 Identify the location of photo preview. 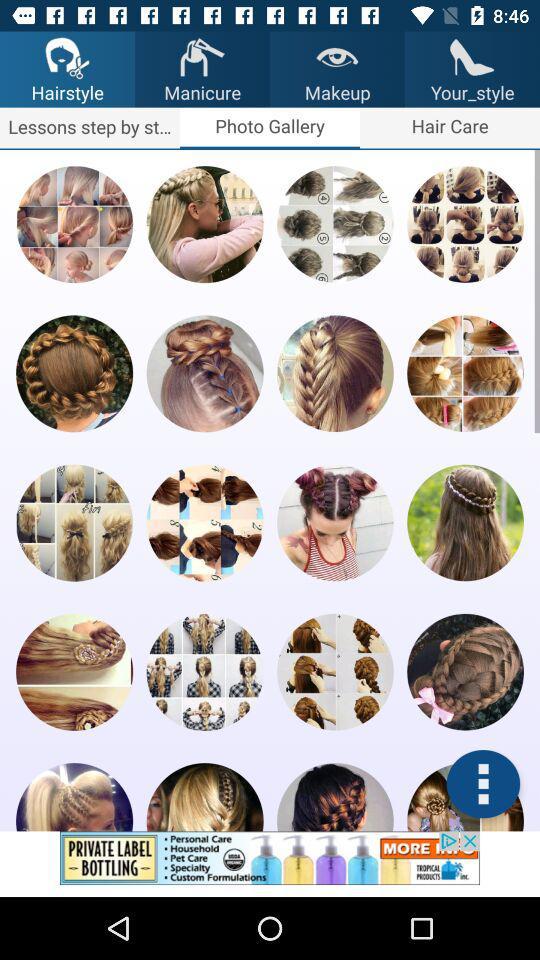
(465, 521).